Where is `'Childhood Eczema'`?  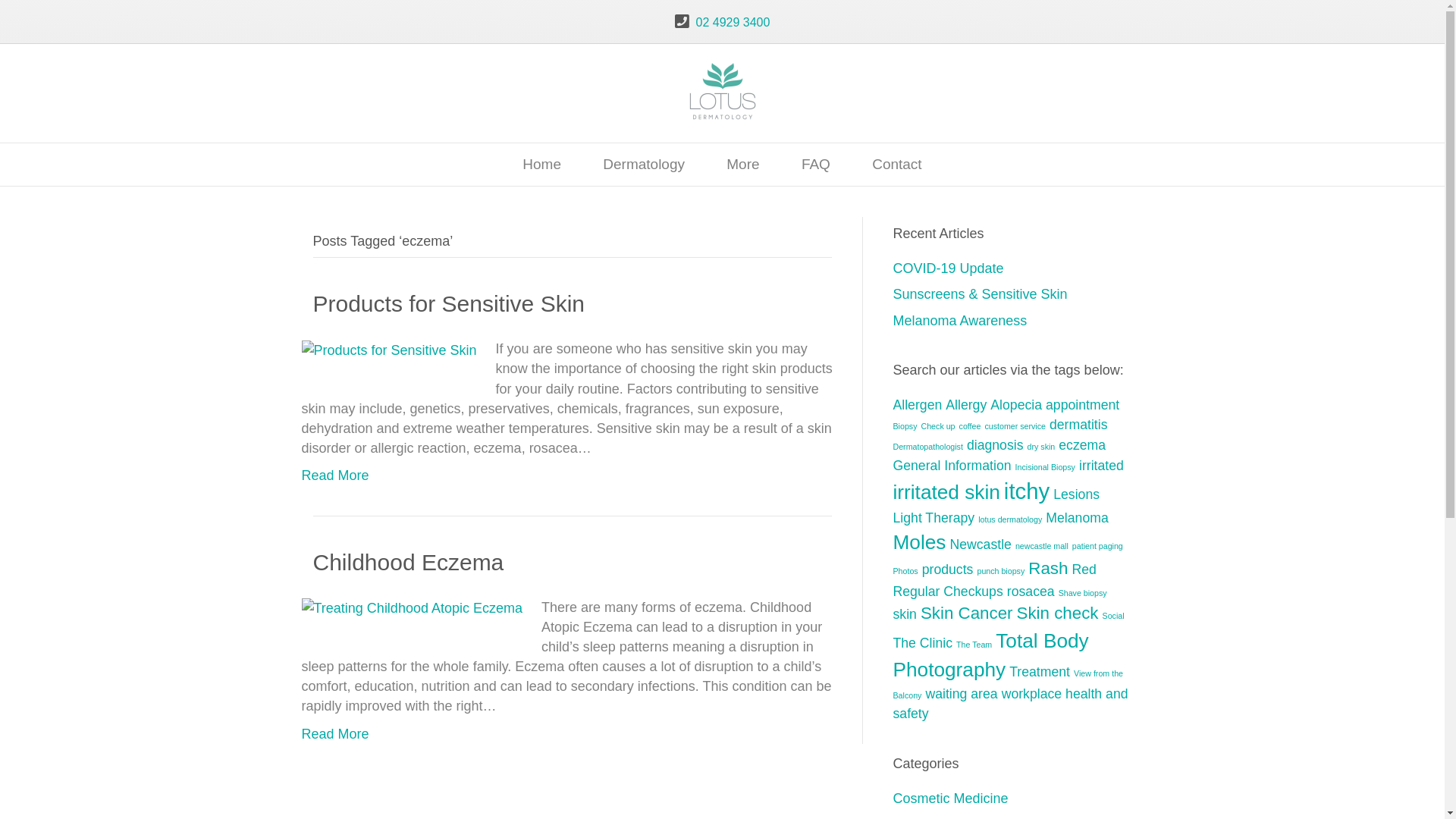 'Childhood Eczema' is located at coordinates (407, 562).